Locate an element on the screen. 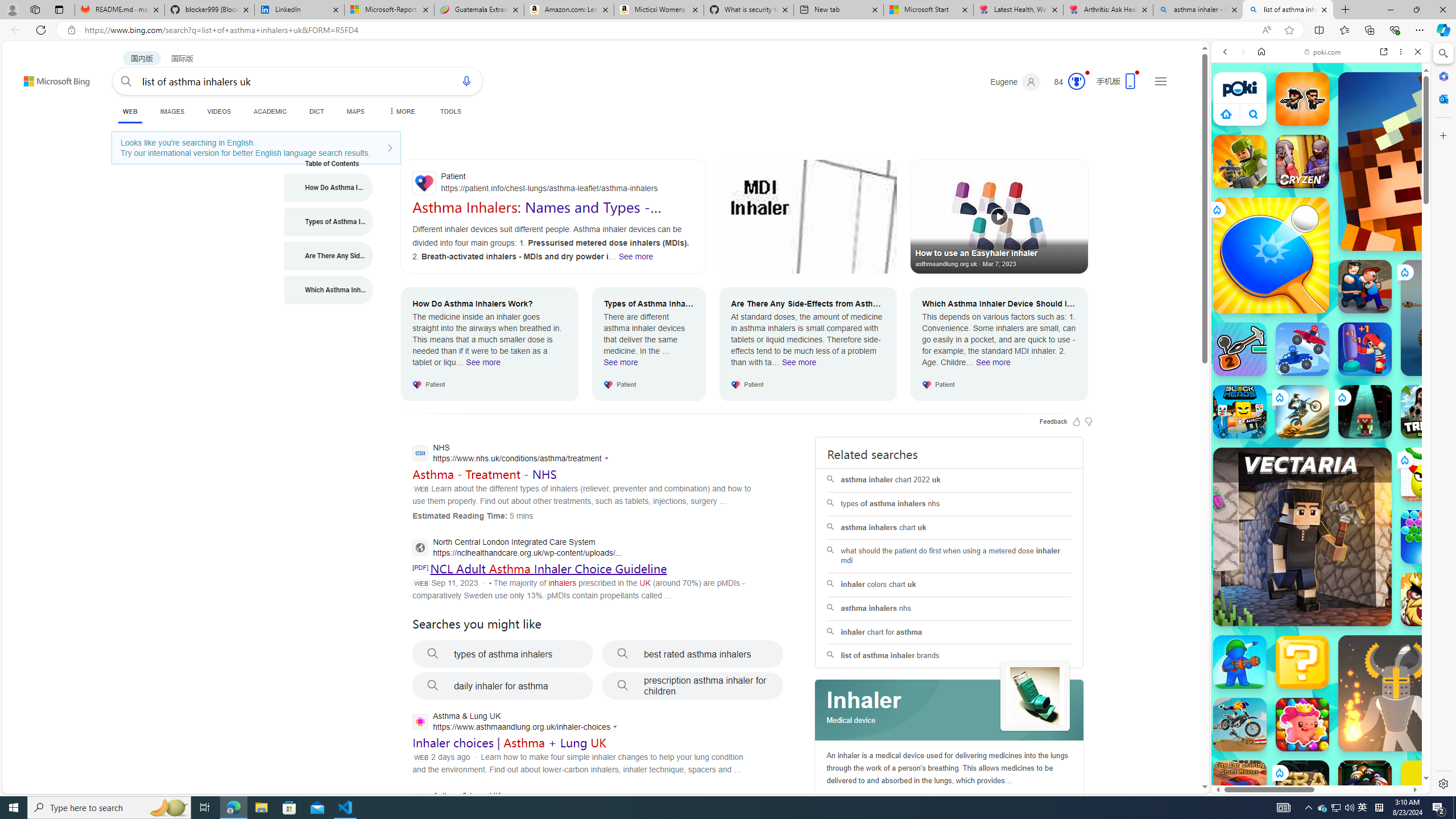 The image size is (1456, 819). 'War Master War Master' is located at coordinates (1239, 662).